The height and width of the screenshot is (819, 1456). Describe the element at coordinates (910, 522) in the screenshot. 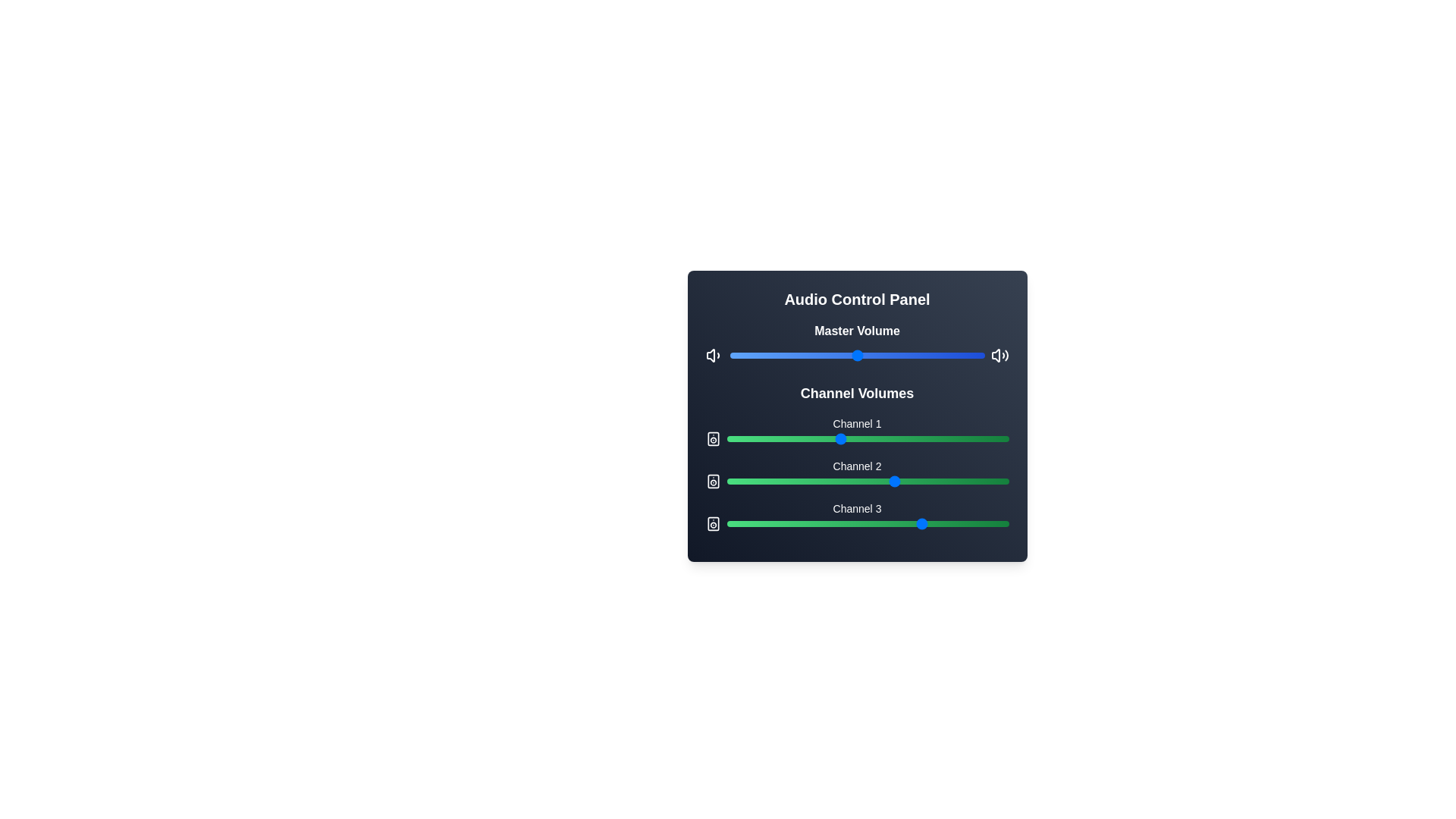

I see `the slider value` at that location.